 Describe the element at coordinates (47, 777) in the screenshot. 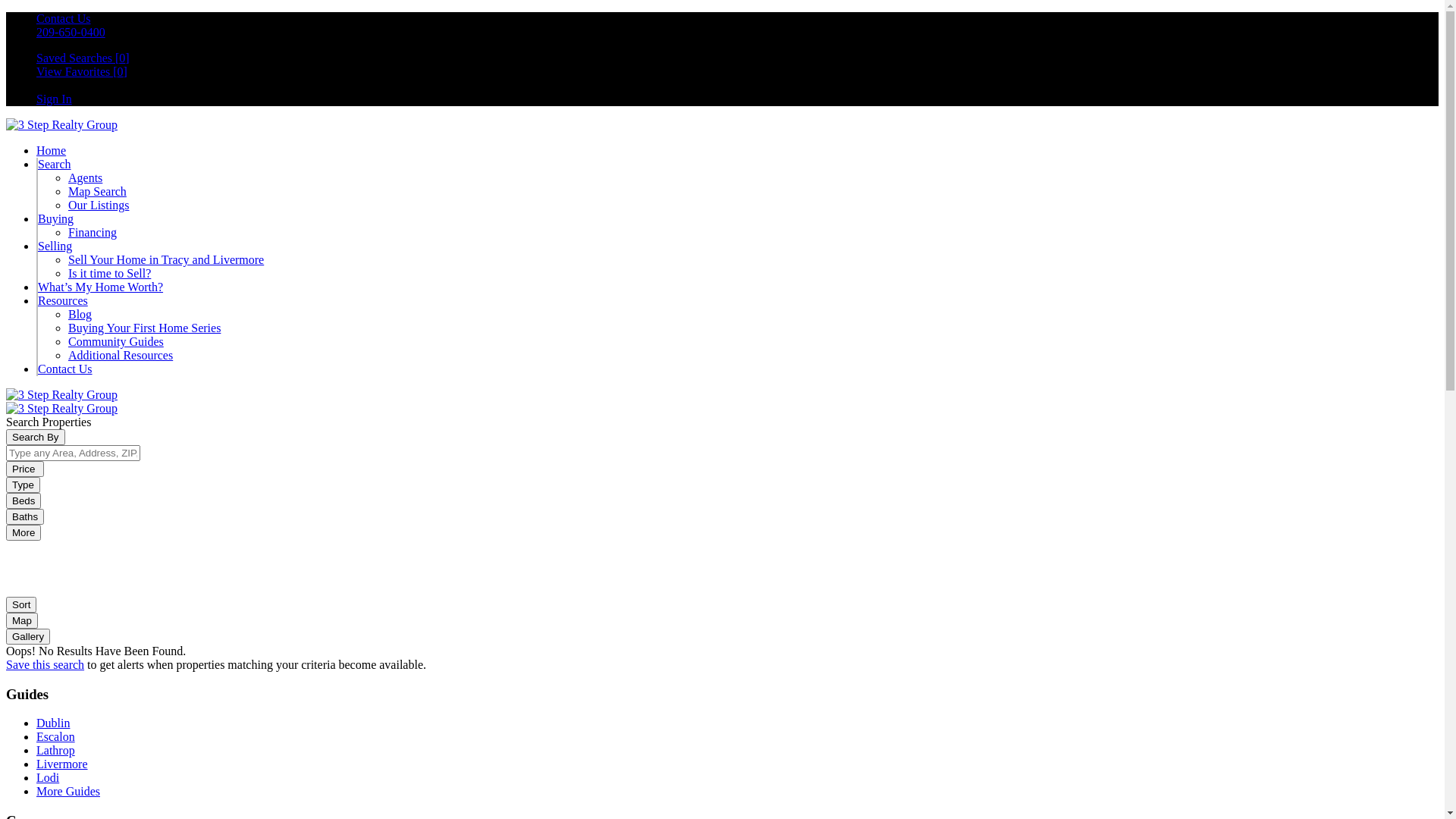

I see `'Lodi'` at that location.